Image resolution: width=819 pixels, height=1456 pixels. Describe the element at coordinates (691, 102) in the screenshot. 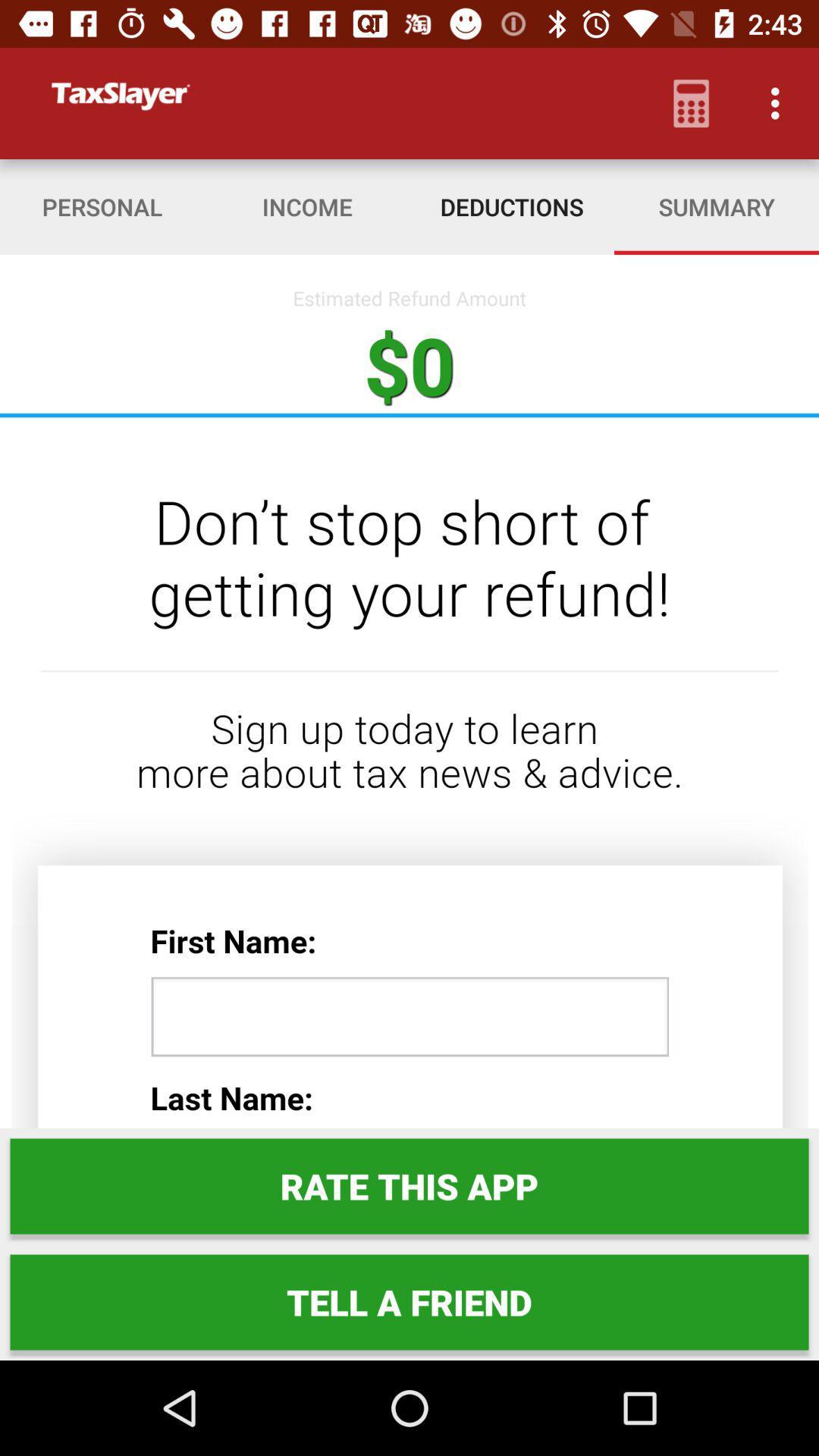

I see `item above the summary item` at that location.